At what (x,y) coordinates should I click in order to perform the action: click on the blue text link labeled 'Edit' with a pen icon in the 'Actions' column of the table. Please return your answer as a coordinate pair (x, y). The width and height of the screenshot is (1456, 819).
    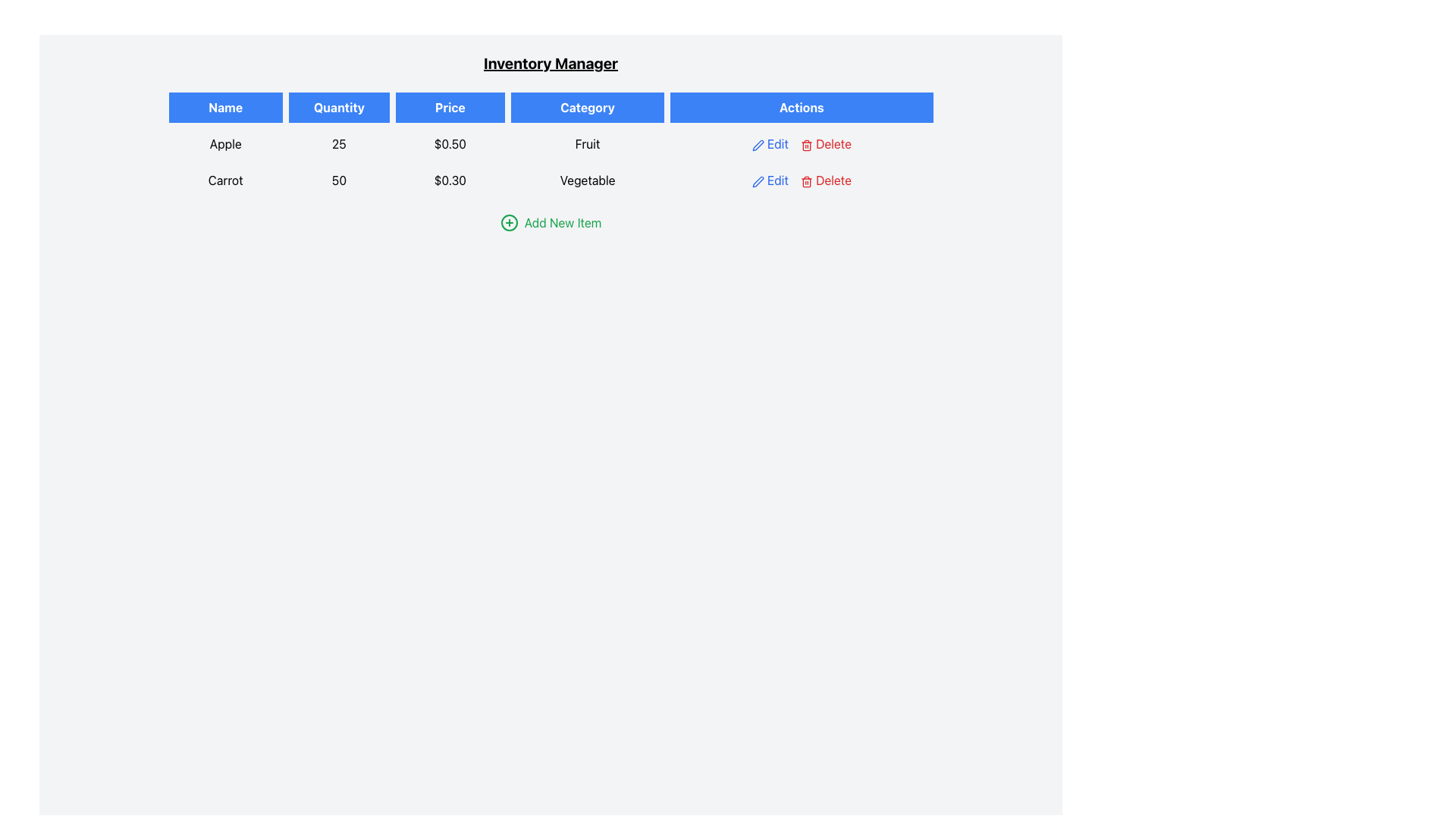
    Looking at the image, I should click on (770, 143).